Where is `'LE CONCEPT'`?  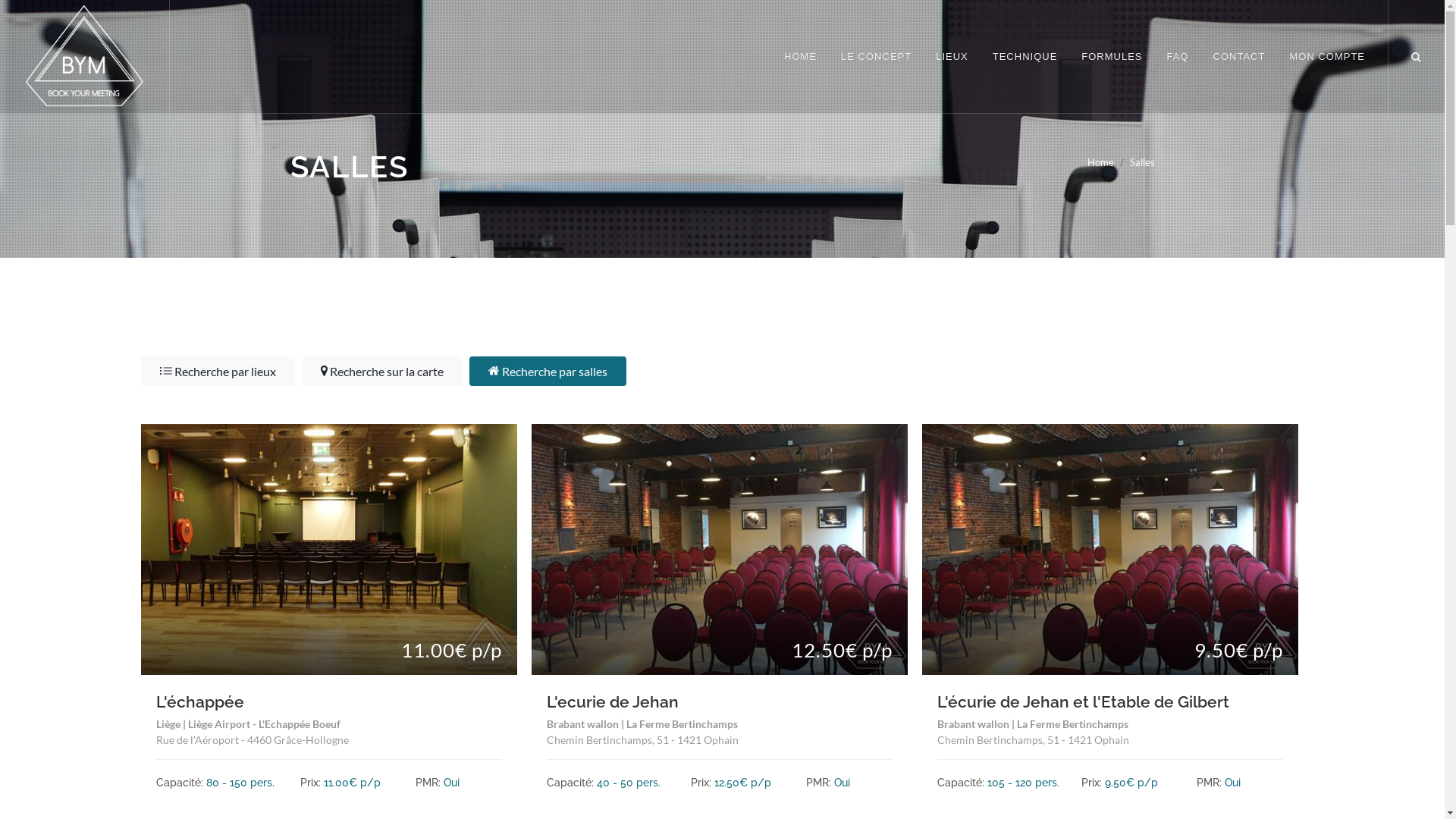
'LE CONCEPT' is located at coordinates (876, 55).